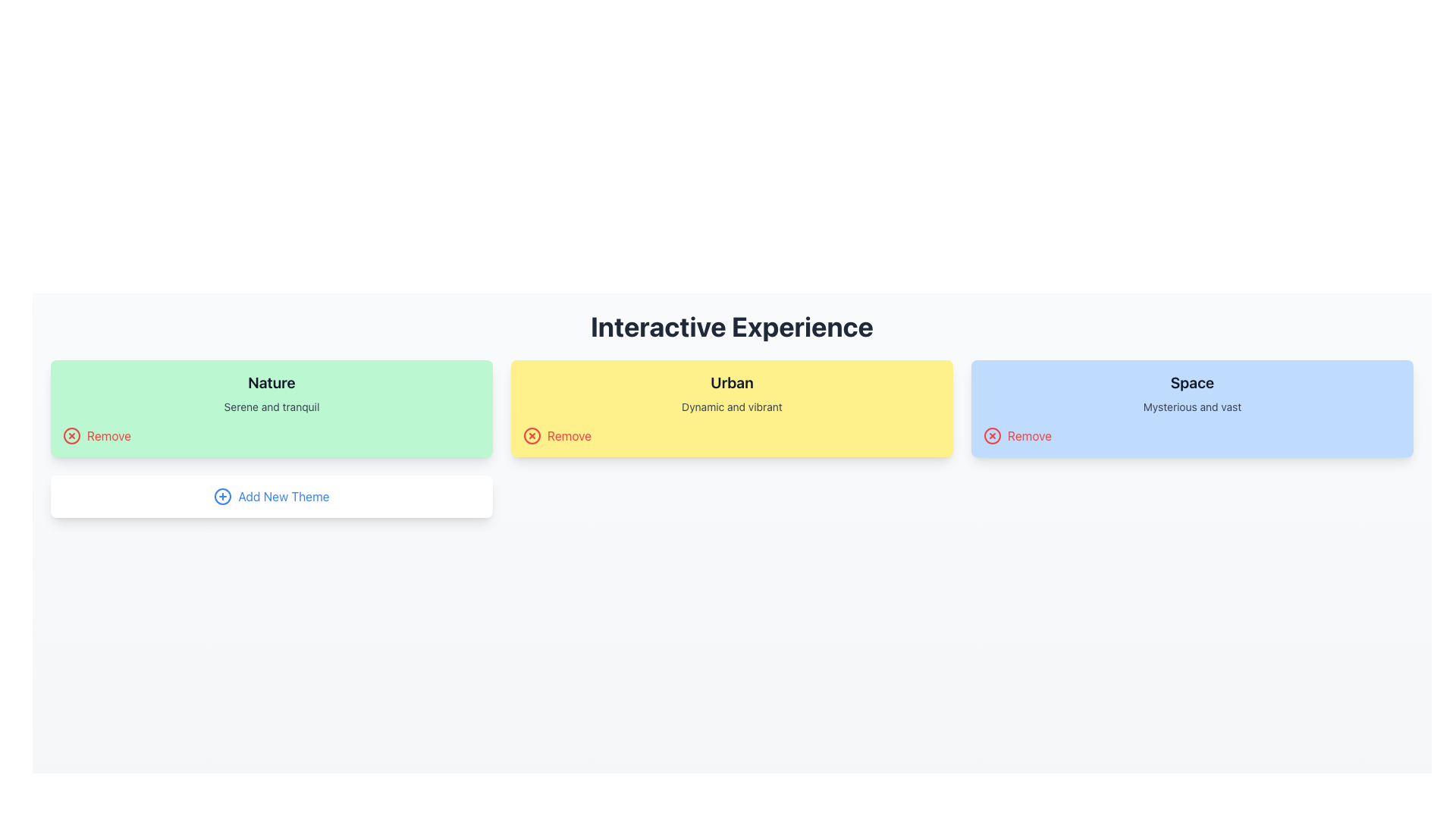  I want to click on the 'Remove' action icon located within the green 'Nature' section, so click(71, 435).